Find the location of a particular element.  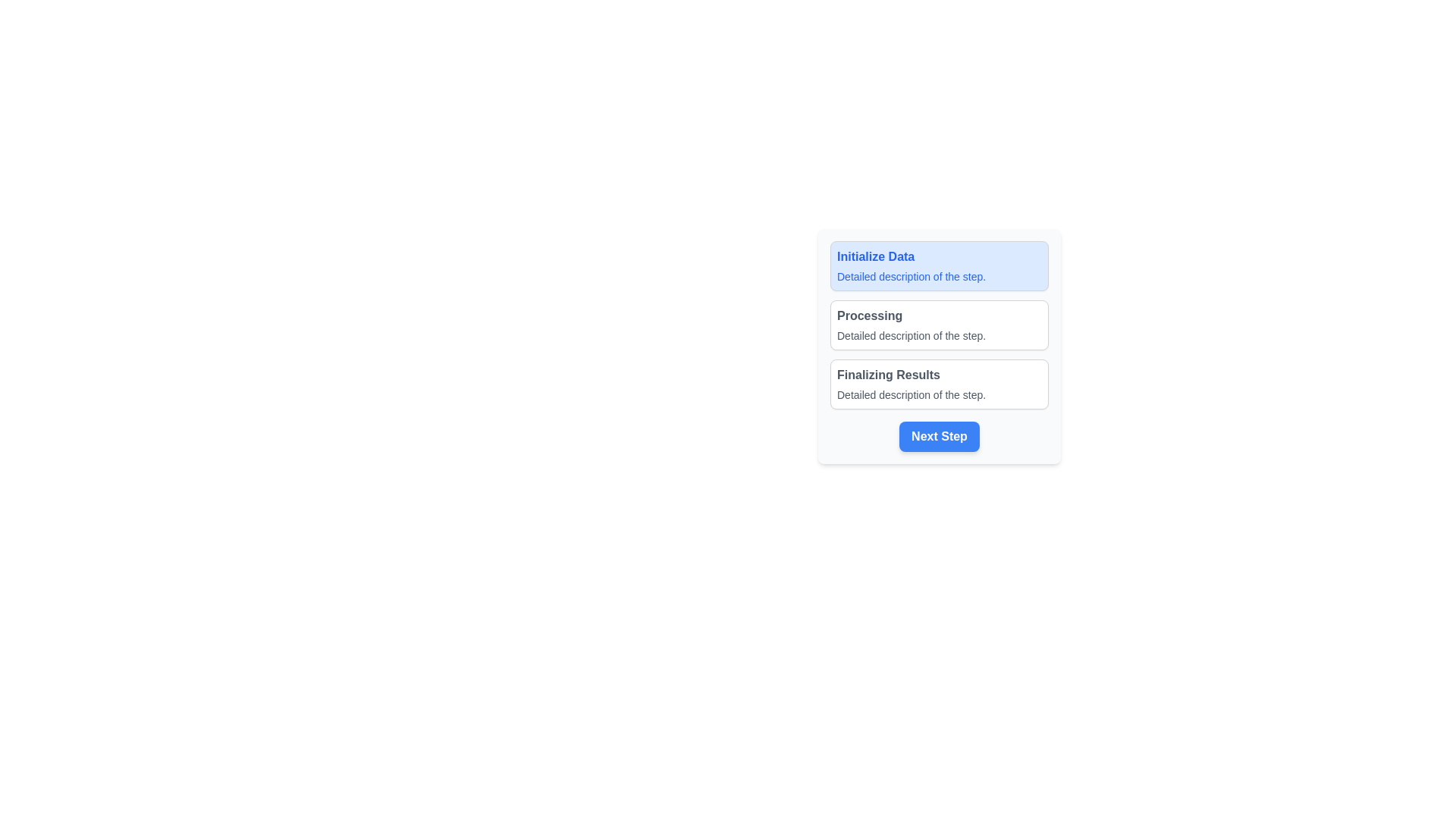

details from the 'Processing' Display Card, which is the second item in a vertical list of three display cards is located at coordinates (938, 324).